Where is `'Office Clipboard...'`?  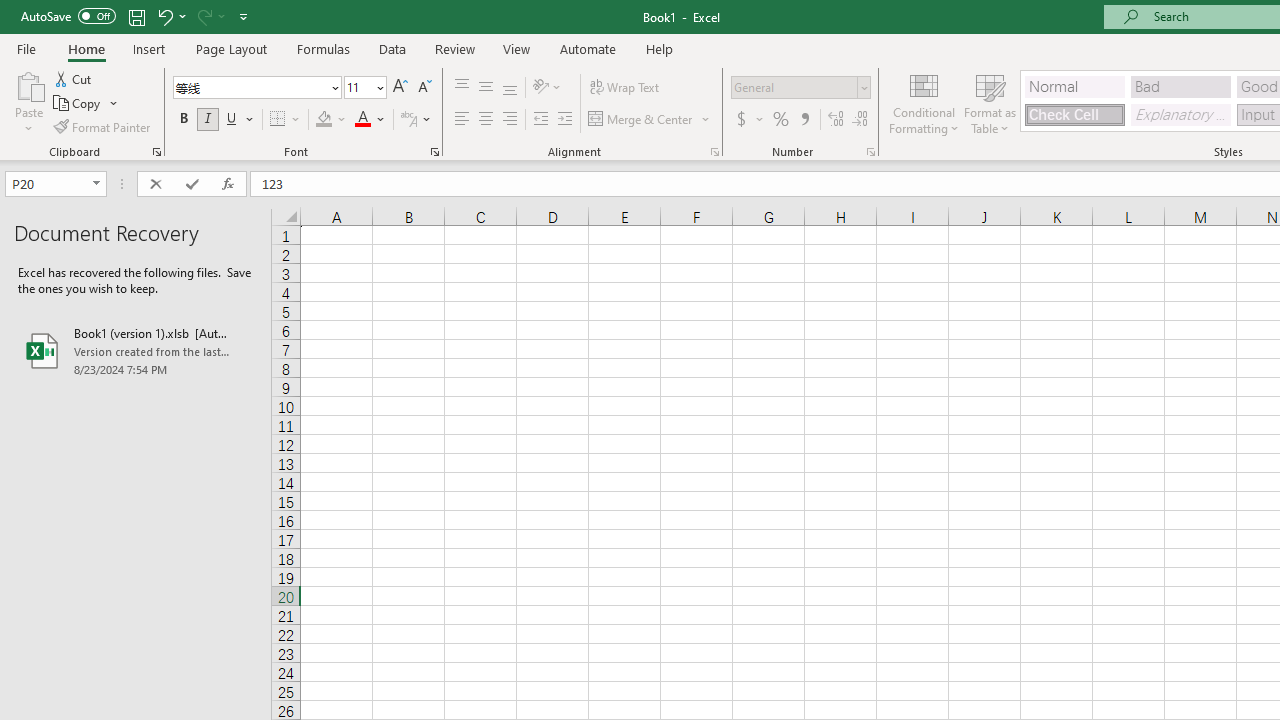
'Office Clipboard...' is located at coordinates (155, 150).